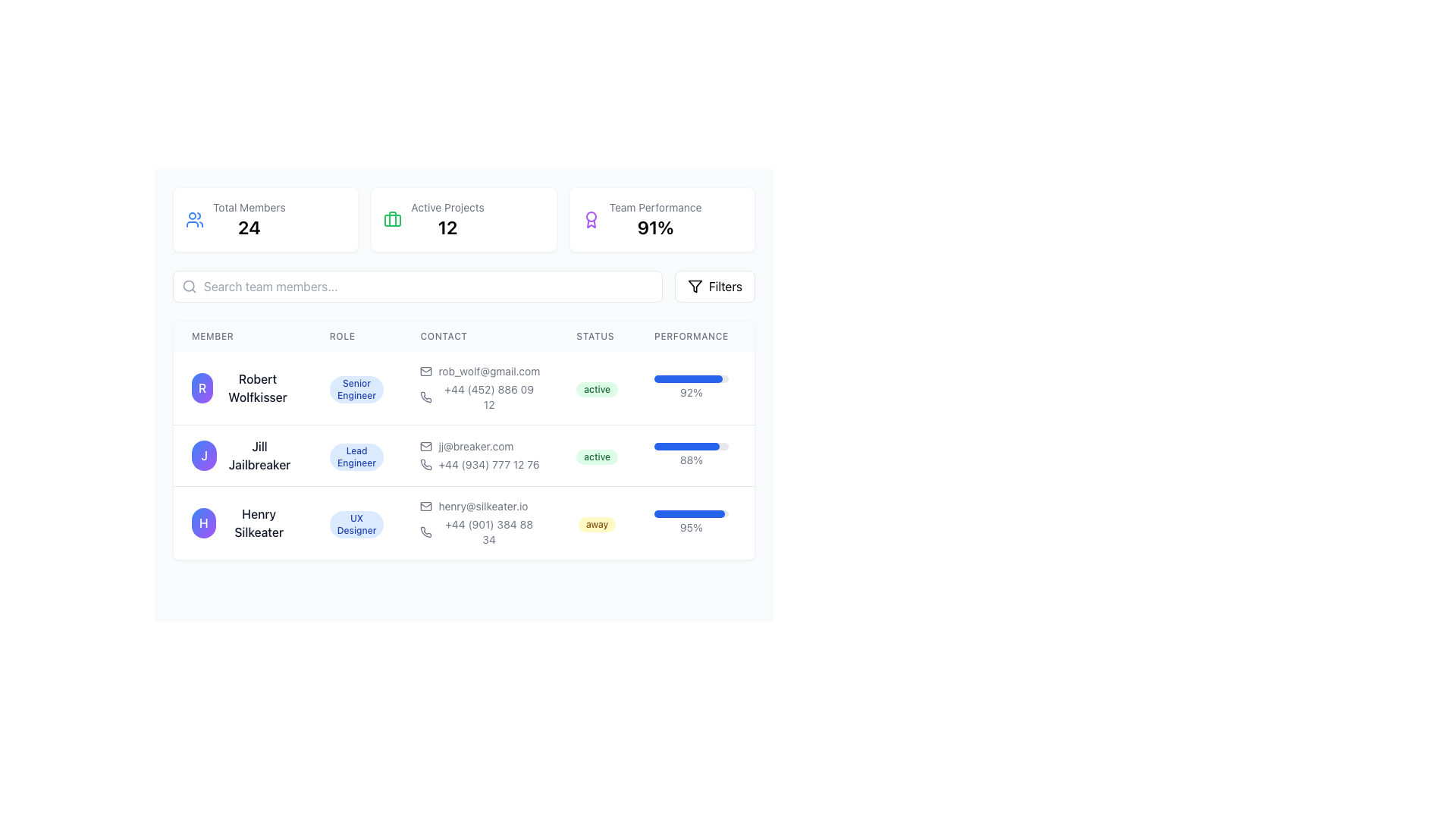  Describe the element at coordinates (425, 371) in the screenshot. I see `the envelope icon, which represents an email symbol, located in the 'Contact' column of the first row in a table, to the left of the email address 'rob_wolf@gmail.com'` at that location.